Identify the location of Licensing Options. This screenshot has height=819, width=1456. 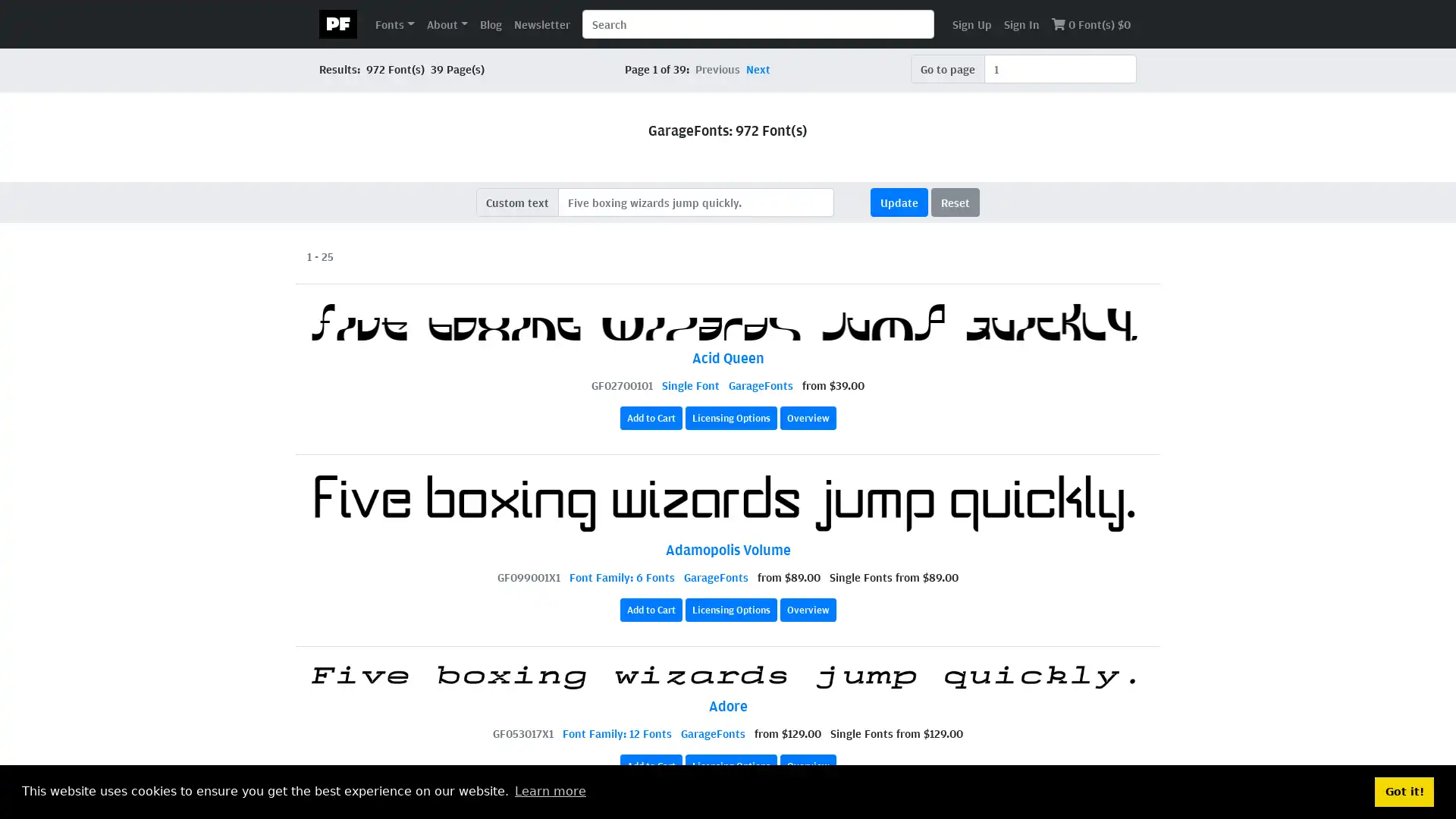
(730, 765).